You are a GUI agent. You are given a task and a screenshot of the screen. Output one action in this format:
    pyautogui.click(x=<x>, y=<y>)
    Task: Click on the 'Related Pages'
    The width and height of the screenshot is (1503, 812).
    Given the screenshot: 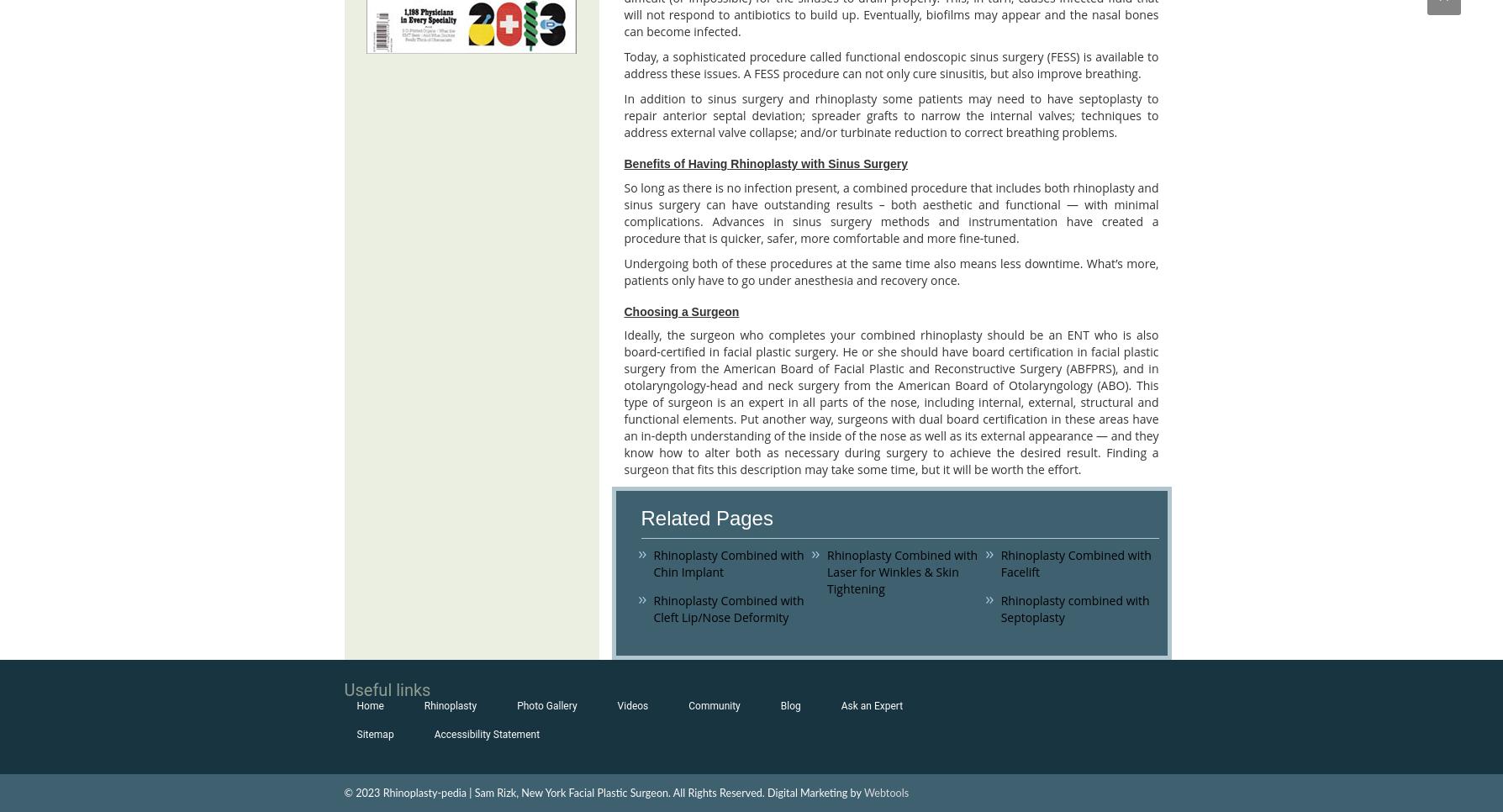 What is the action you would take?
    pyautogui.click(x=705, y=518)
    